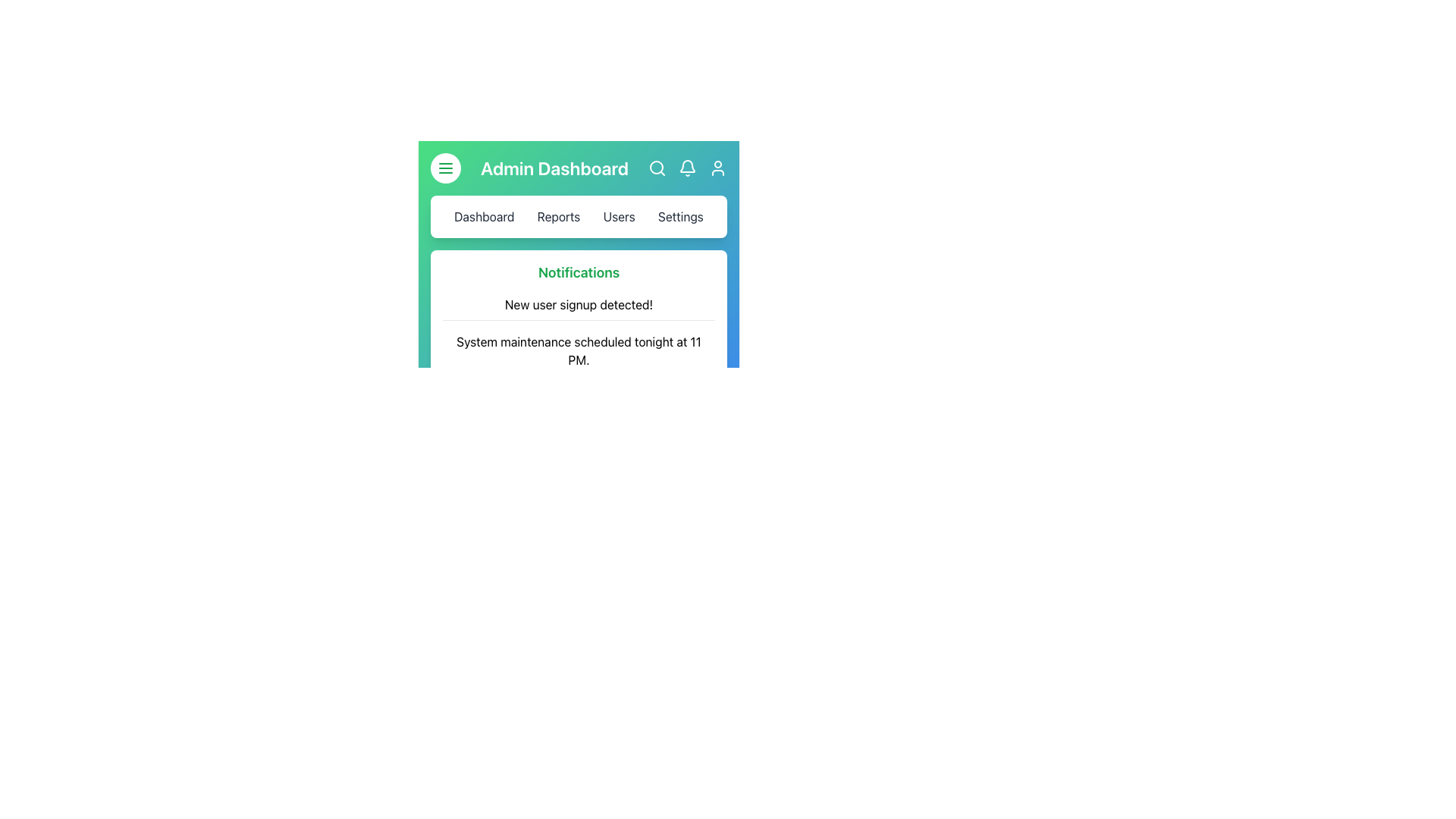 This screenshot has height=819, width=1456. I want to click on the notification icon button located in the top-right corner of the header, so click(687, 168).